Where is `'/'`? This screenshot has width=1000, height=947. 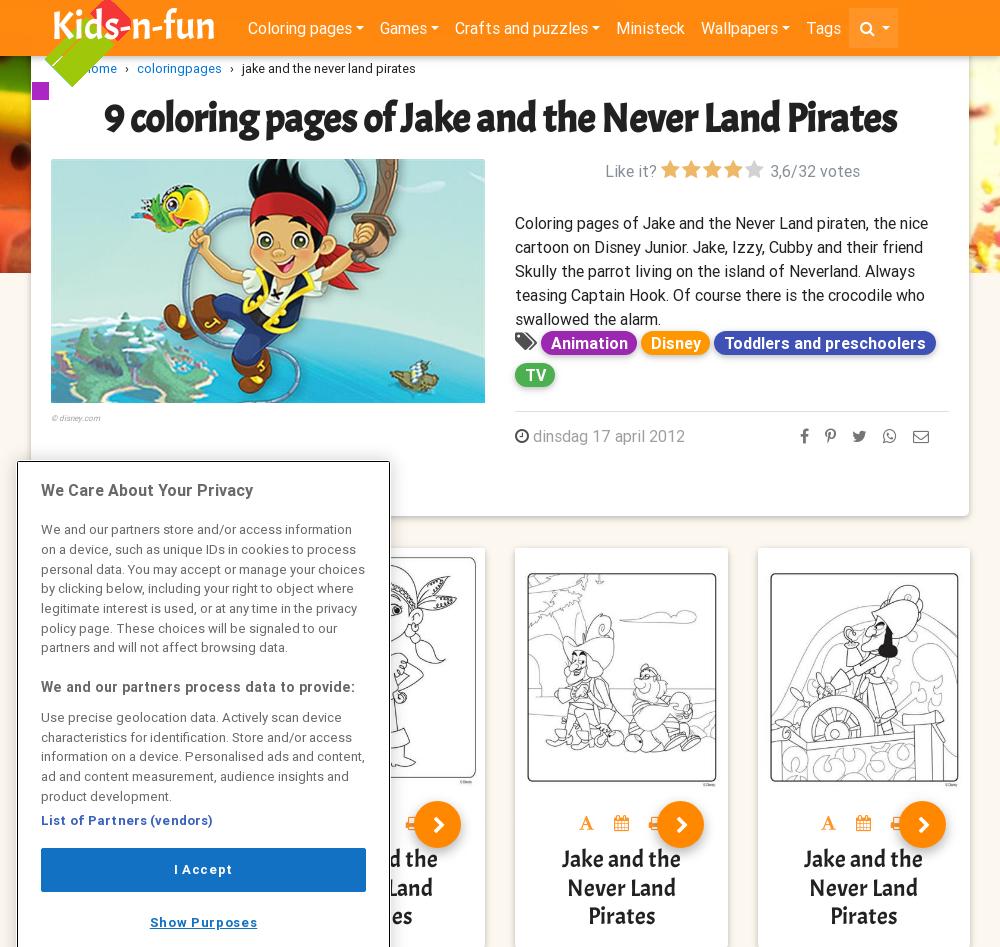
'/' is located at coordinates (793, 168).